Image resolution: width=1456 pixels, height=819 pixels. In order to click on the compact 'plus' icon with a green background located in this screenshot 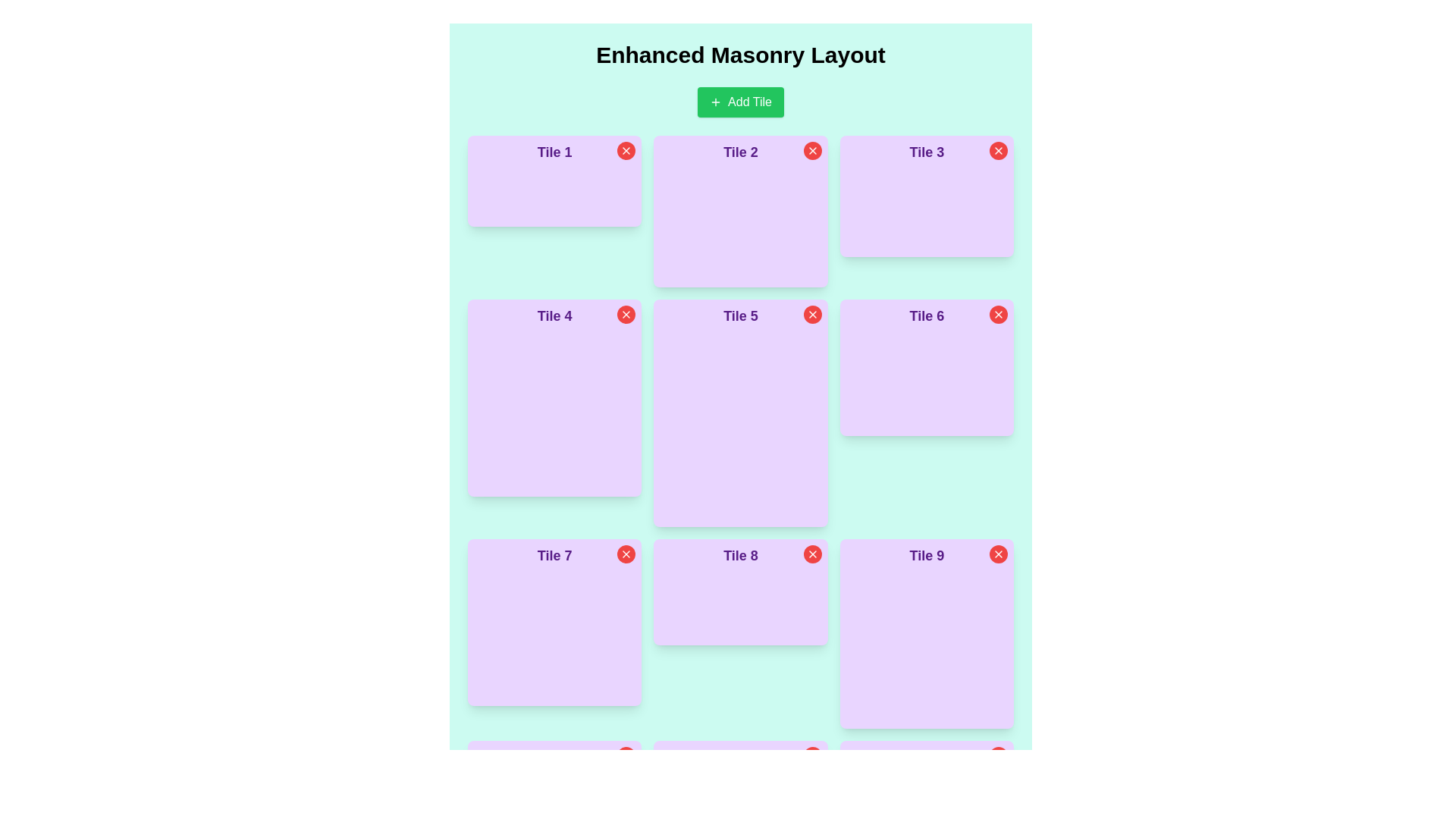, I will do `click(715, 102)`.